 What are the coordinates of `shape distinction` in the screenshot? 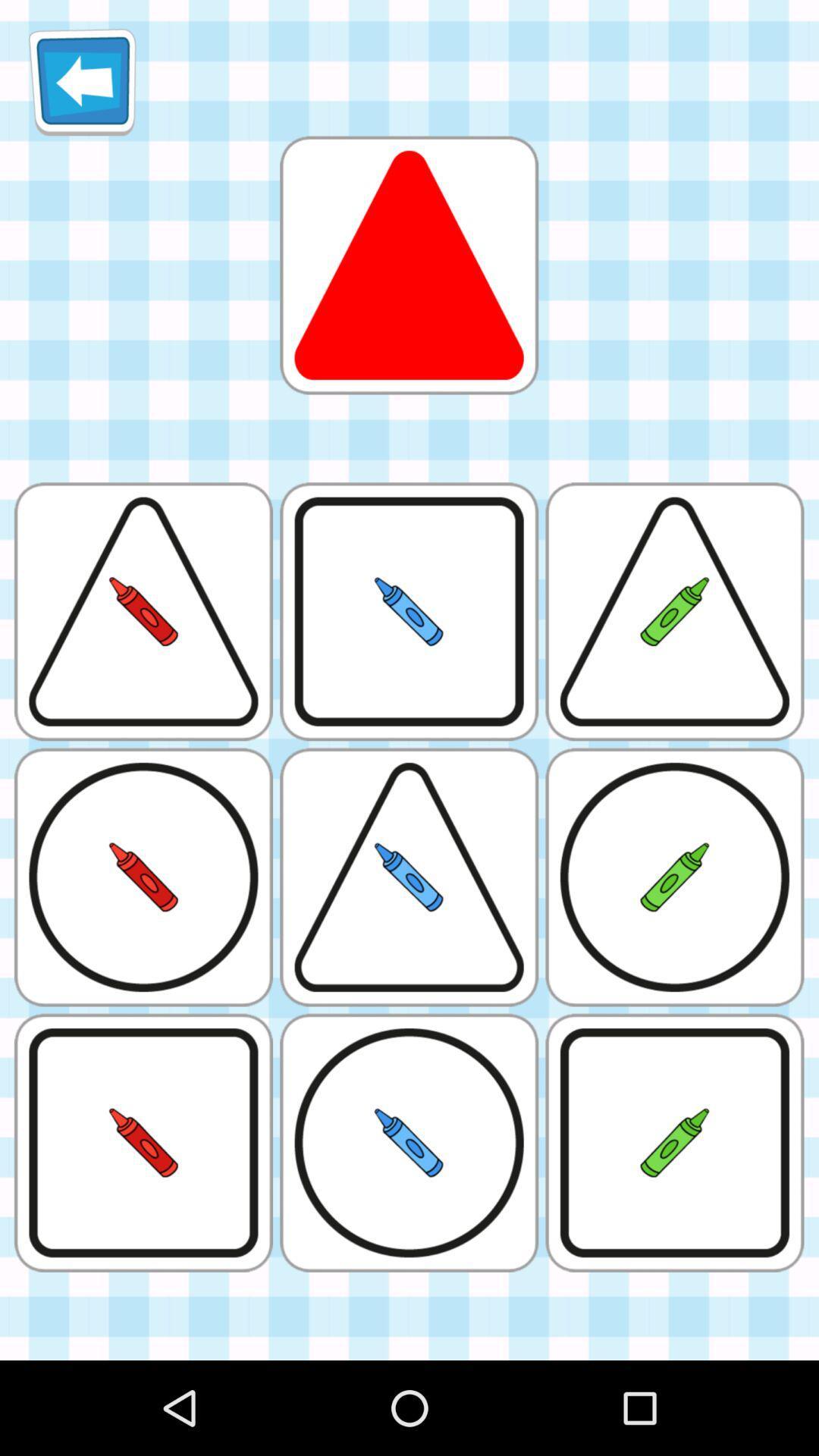 It's located at (408, 265).